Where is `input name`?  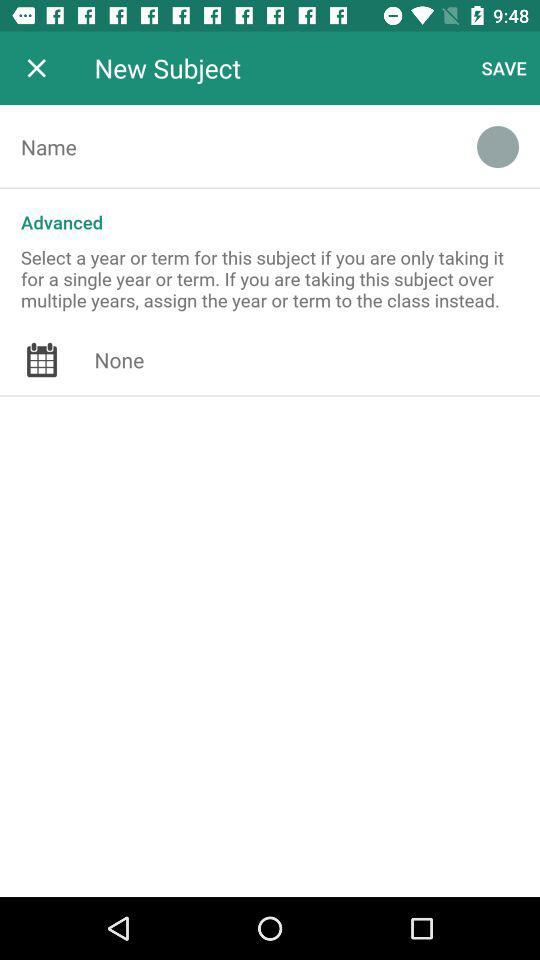
input name is located at coordinates (226, 145).